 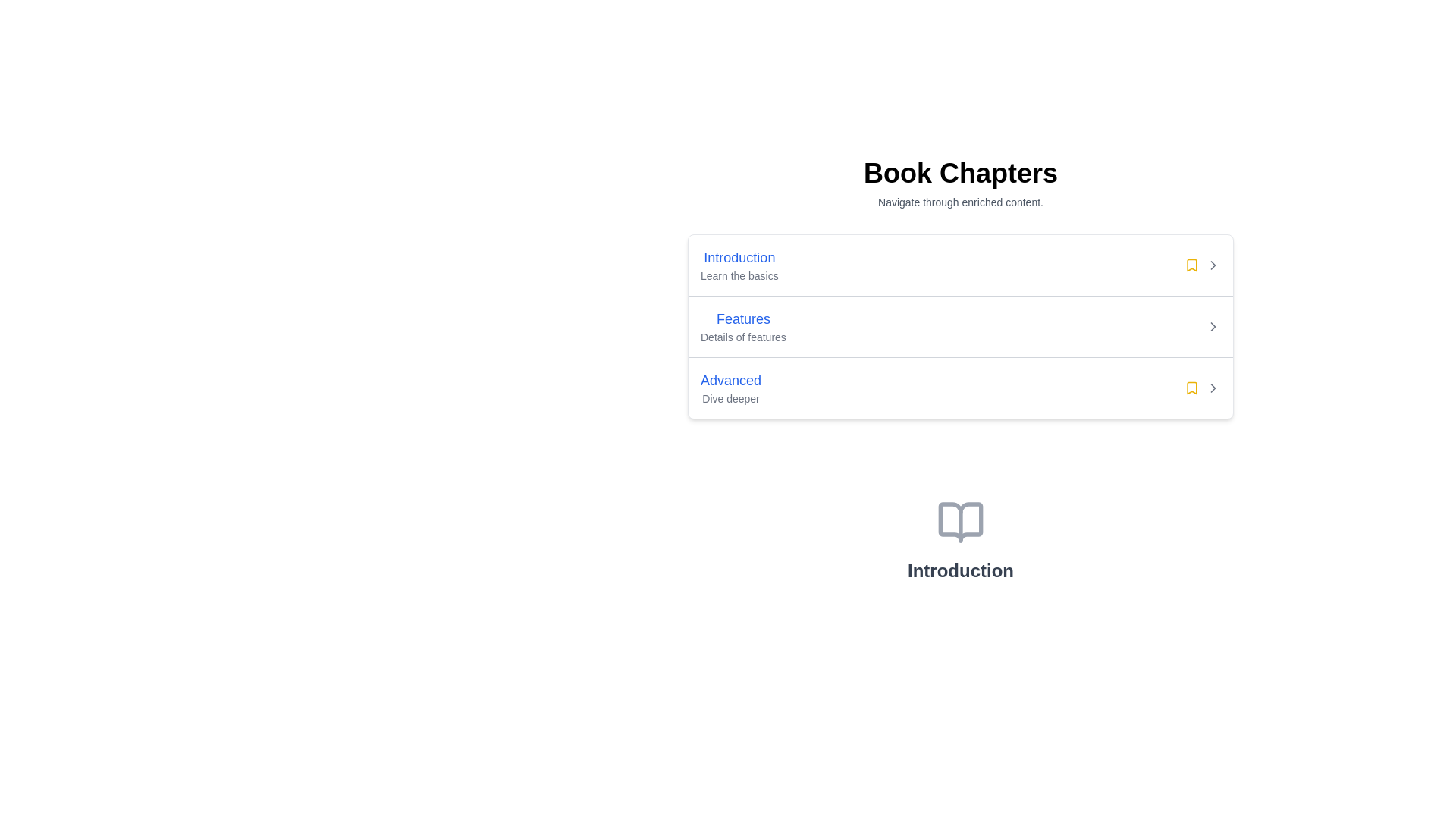 I want to click on the yellow bookmark icon element located within the 'Introduction' list item in the 'Book Chapters' section, positioned towards the right end of the item row, preceding the navigation arrow, so click(x=1191, y=265).